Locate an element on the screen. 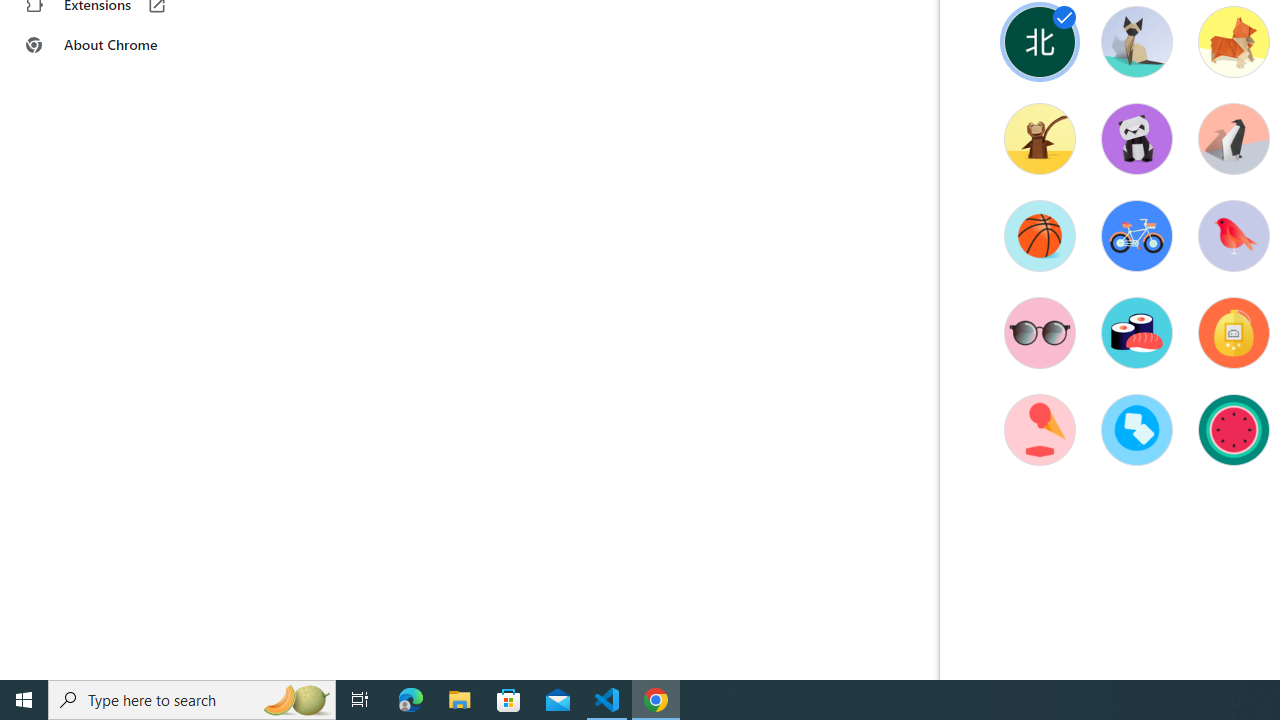  'Task View' is located at coordinates (359, 698).